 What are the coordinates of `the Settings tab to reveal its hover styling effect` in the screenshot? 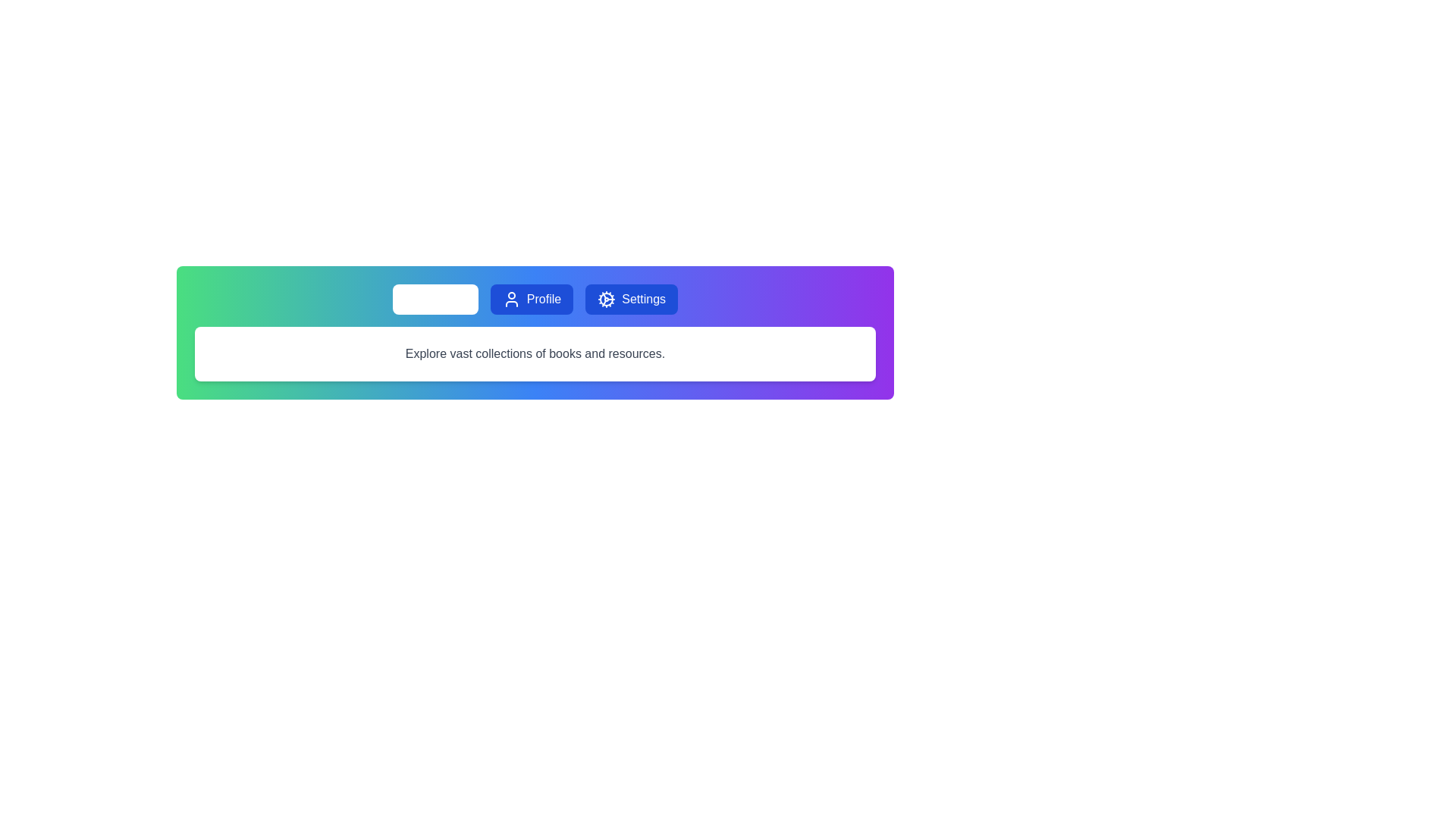 It's located at (632, 299).